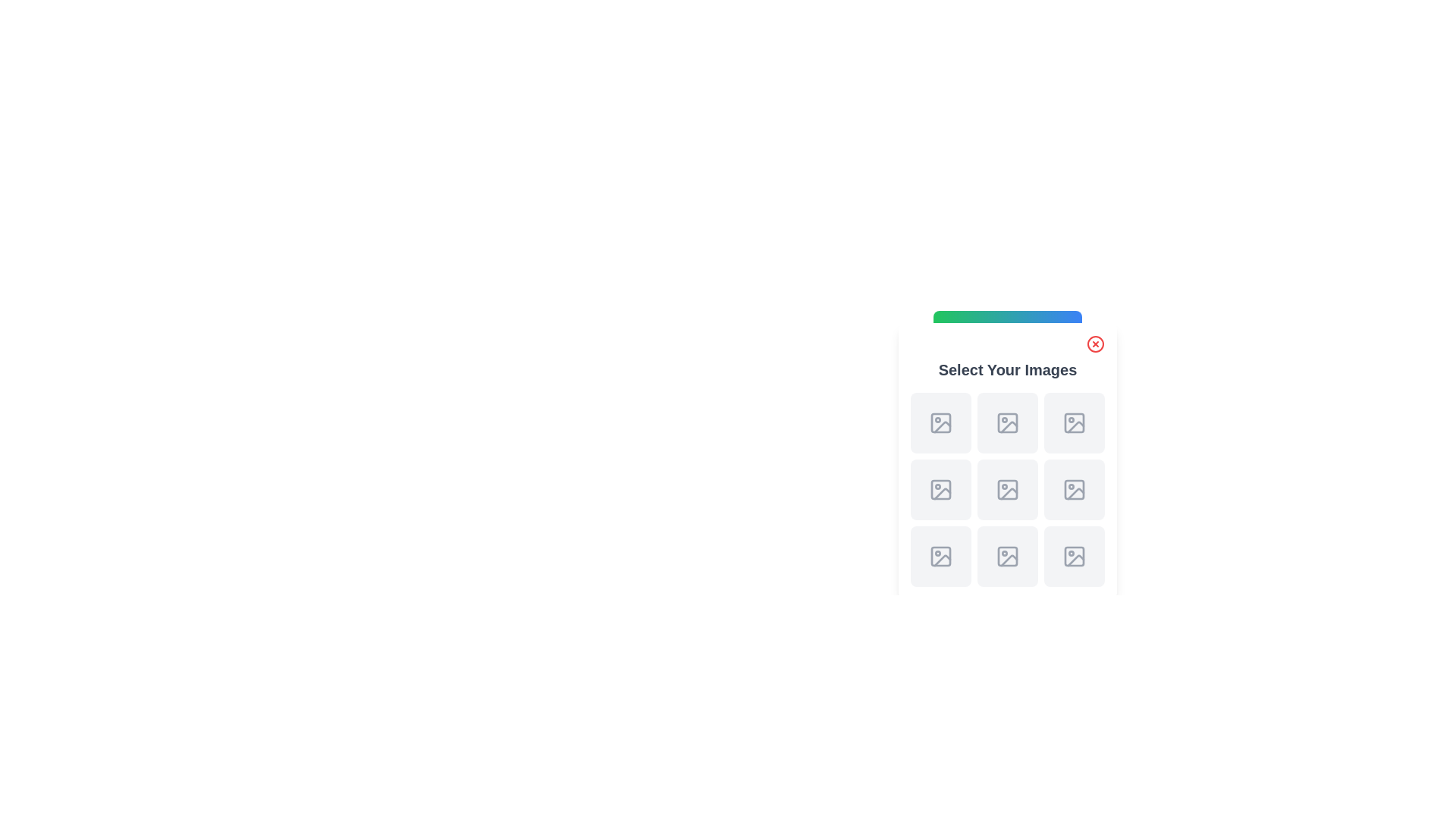 This screenshot has height=819, width=1456. I want to click on an image from the desktop onto the square-shaped upload button with a picture frame icon located in the second row and second column of the grid, so click(1008, 489).